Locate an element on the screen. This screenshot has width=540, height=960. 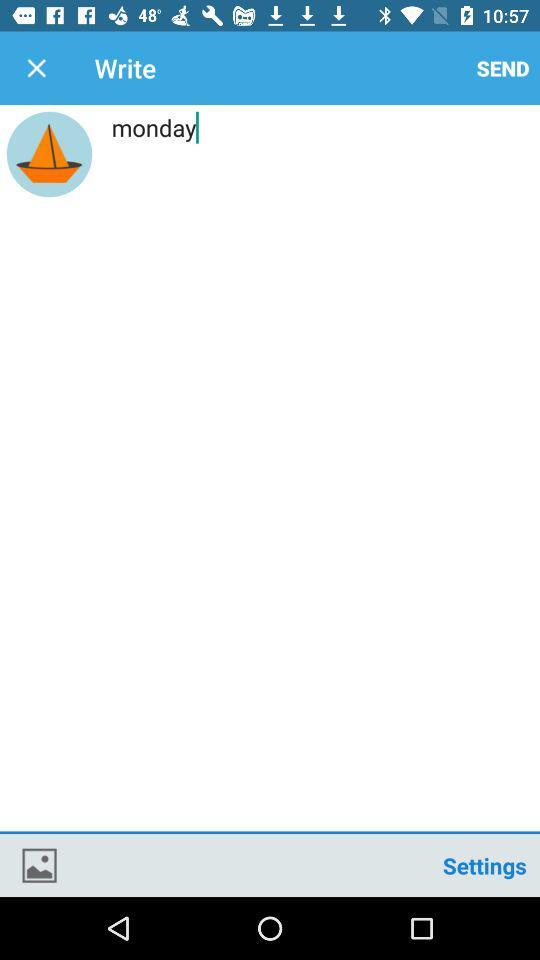
the icon above the monday is located at coordinates (36, 68).